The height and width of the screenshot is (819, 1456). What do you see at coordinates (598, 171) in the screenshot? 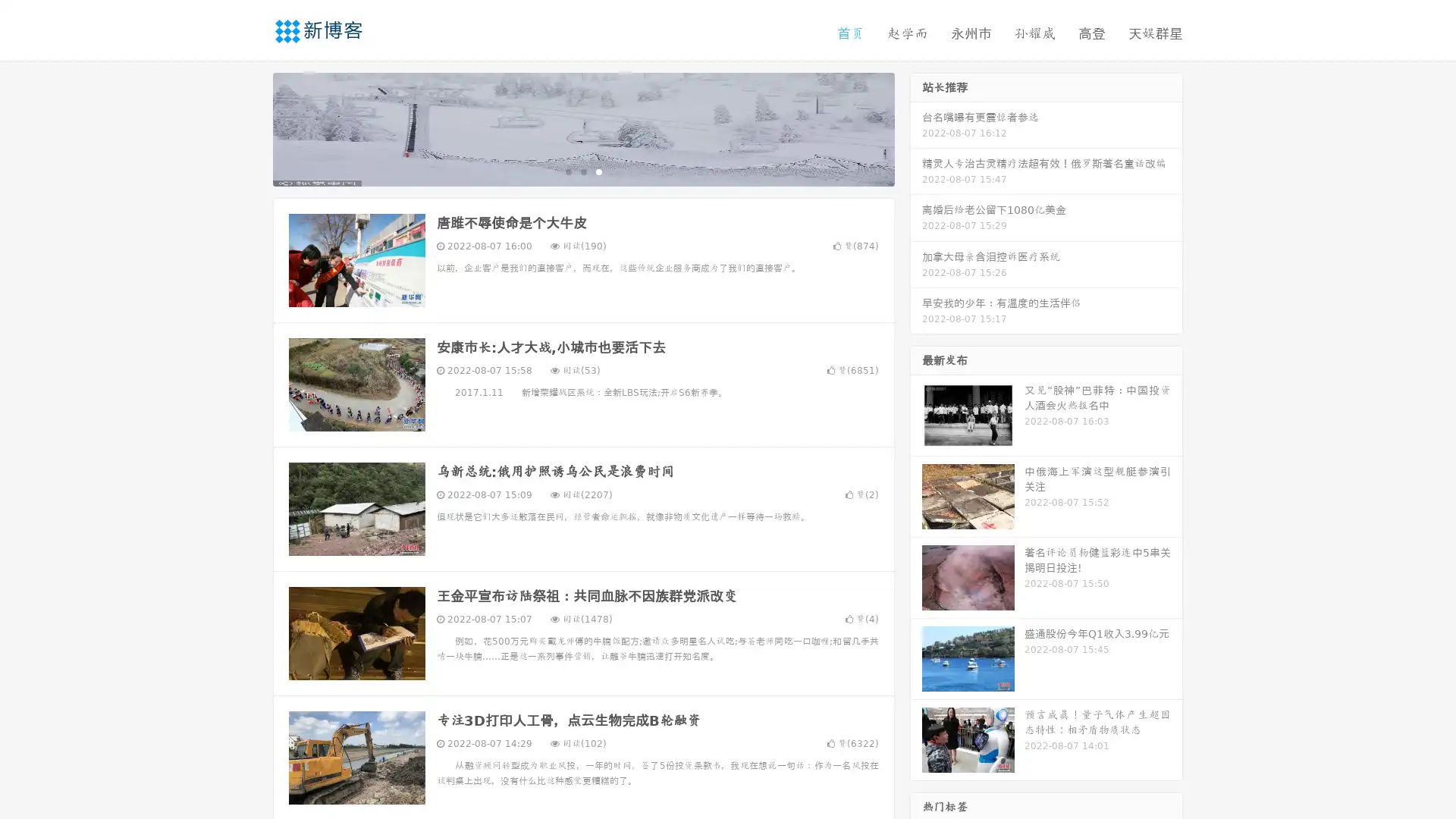
I see `Go to slide 3` at bounding box center [598, 171].